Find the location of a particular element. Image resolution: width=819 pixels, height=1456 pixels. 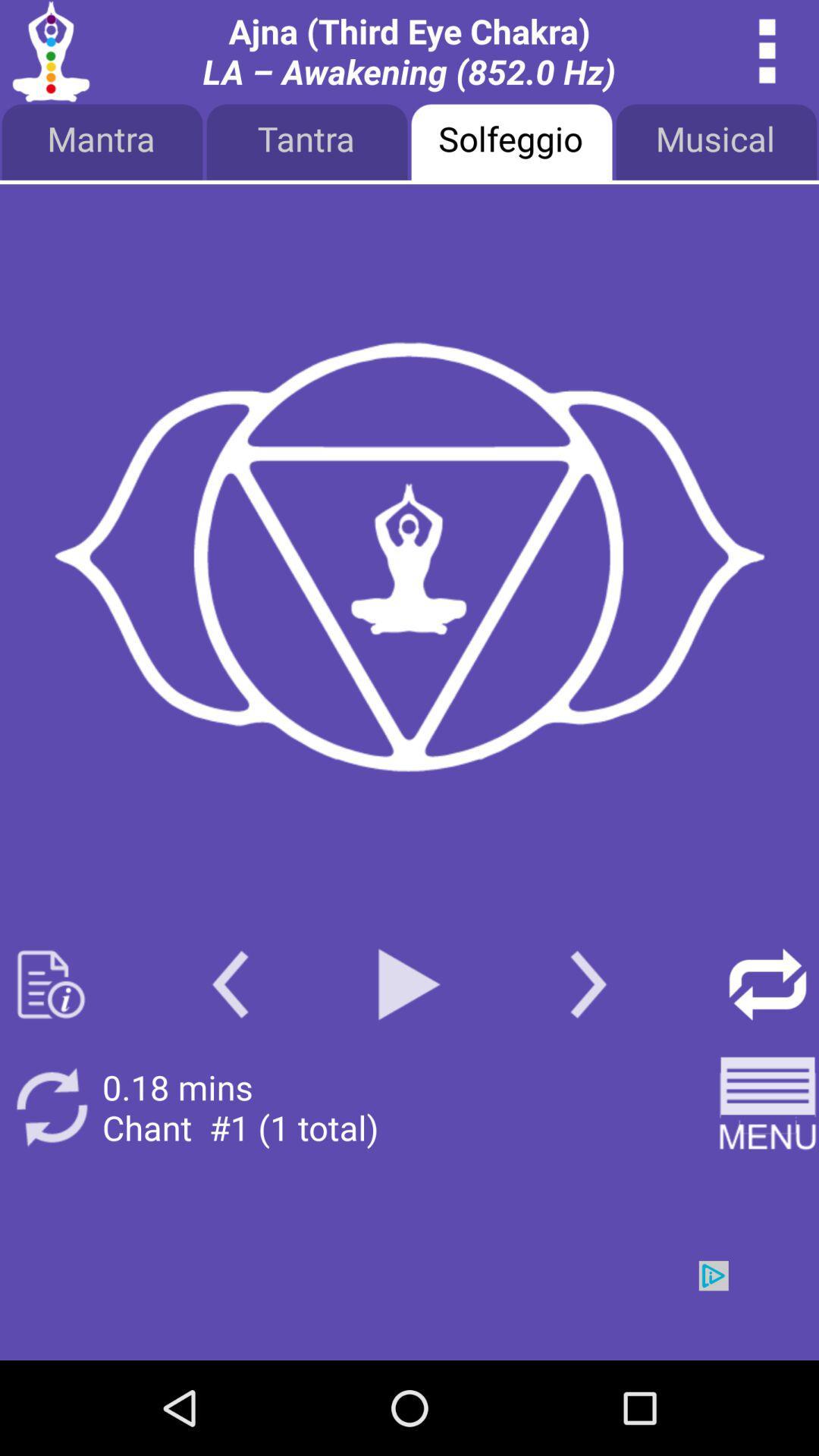

back page is located at coordinates (230, 984).